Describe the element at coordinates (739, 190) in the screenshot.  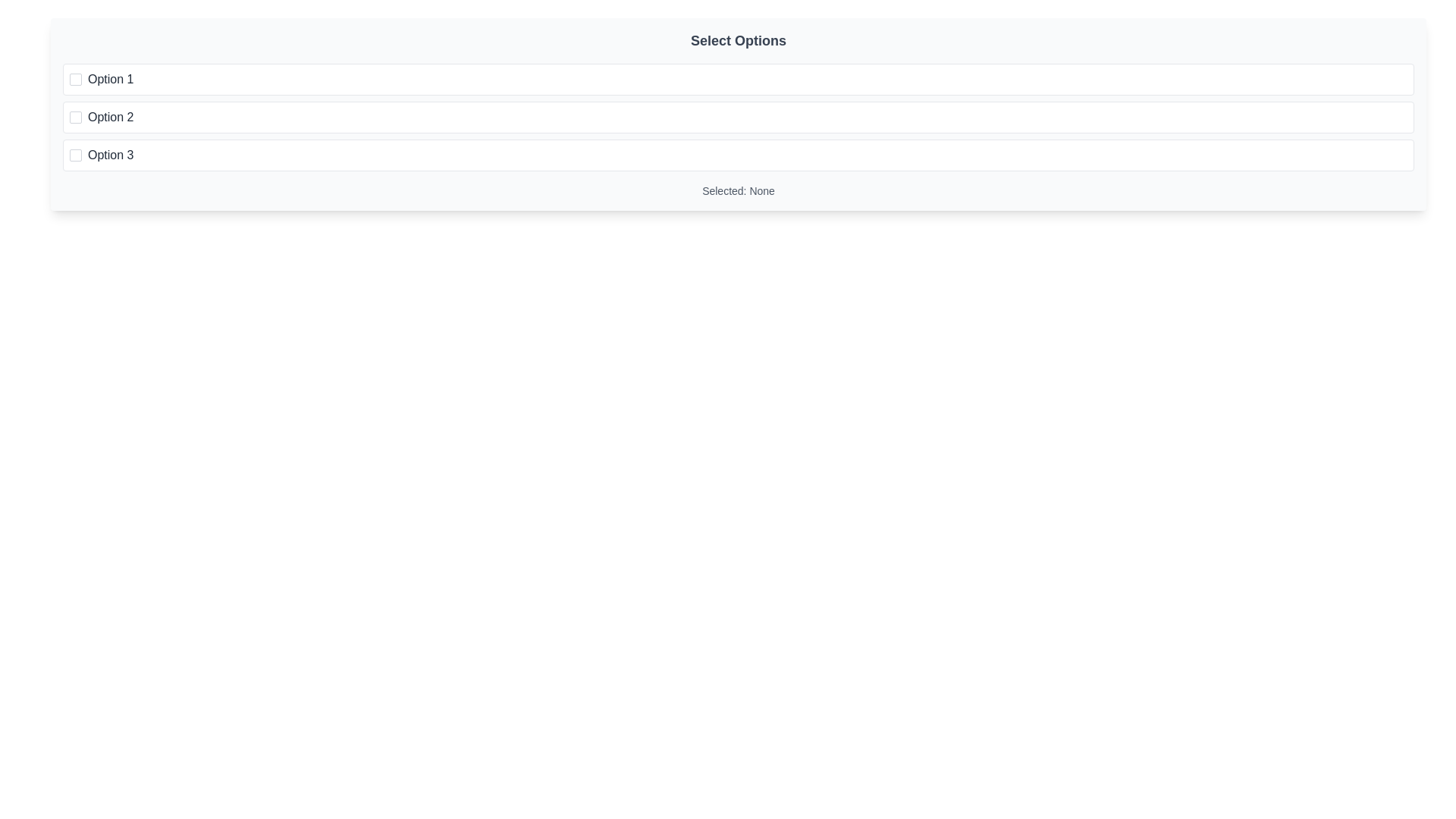
I see `the text label displaying 'Selected: None', which is styled in a small, gray font and located below a list of selectable options` at that location.